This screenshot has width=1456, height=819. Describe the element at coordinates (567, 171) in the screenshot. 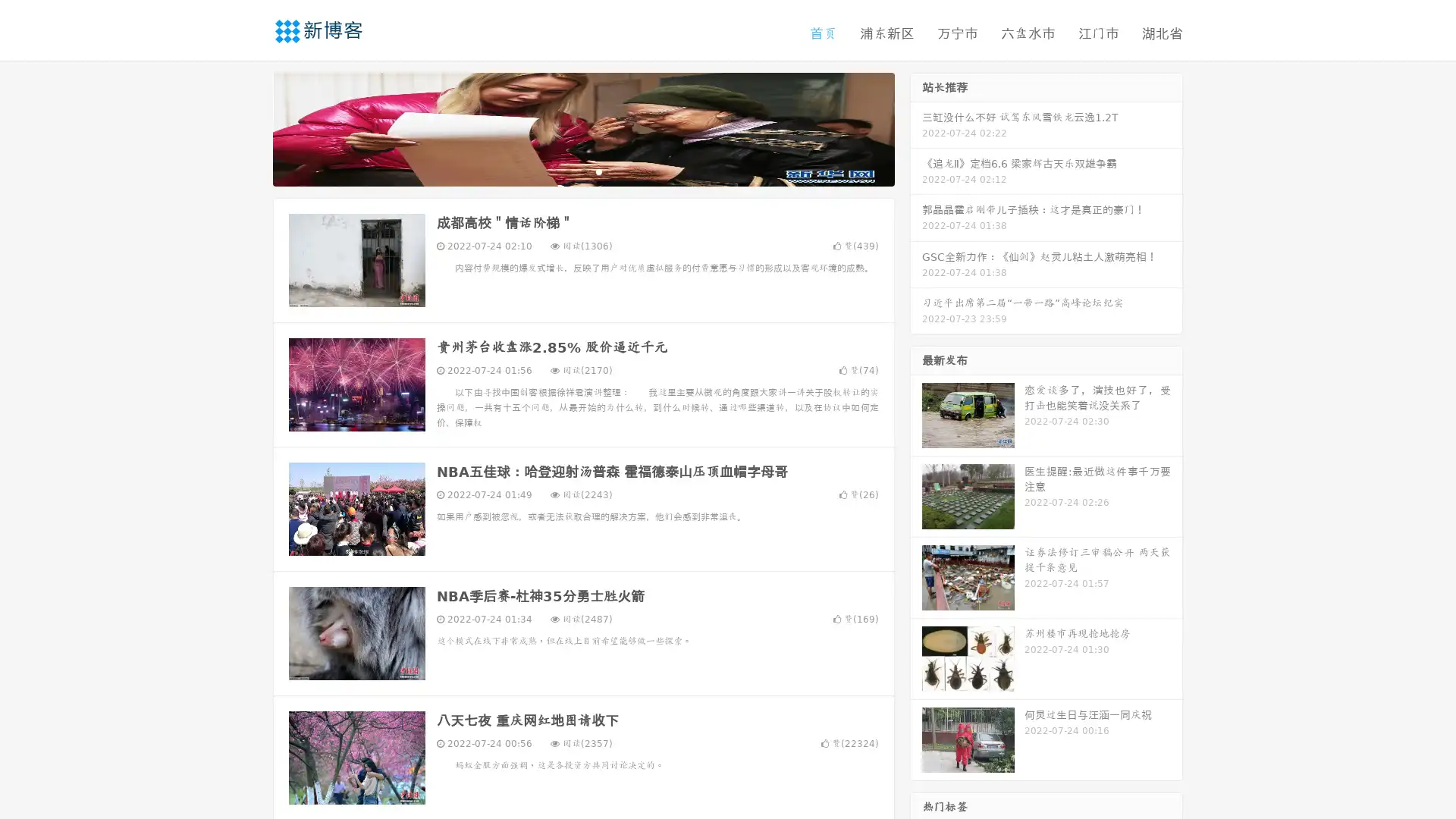

I see `Go to slide 1` at that location.